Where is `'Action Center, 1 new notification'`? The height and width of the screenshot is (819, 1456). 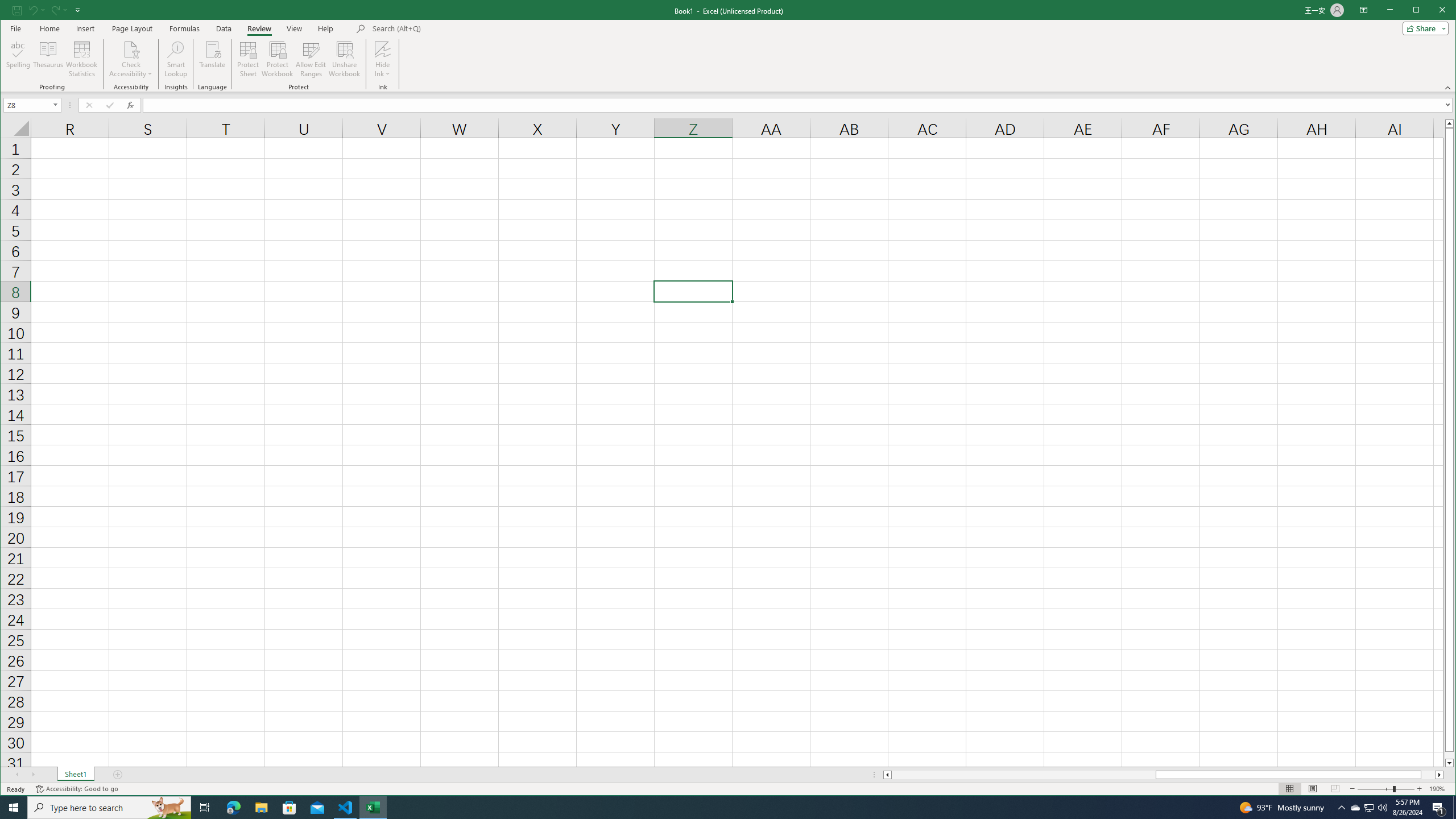 'Action Center, 1 new notification' is located at coordinates (1439, 806).